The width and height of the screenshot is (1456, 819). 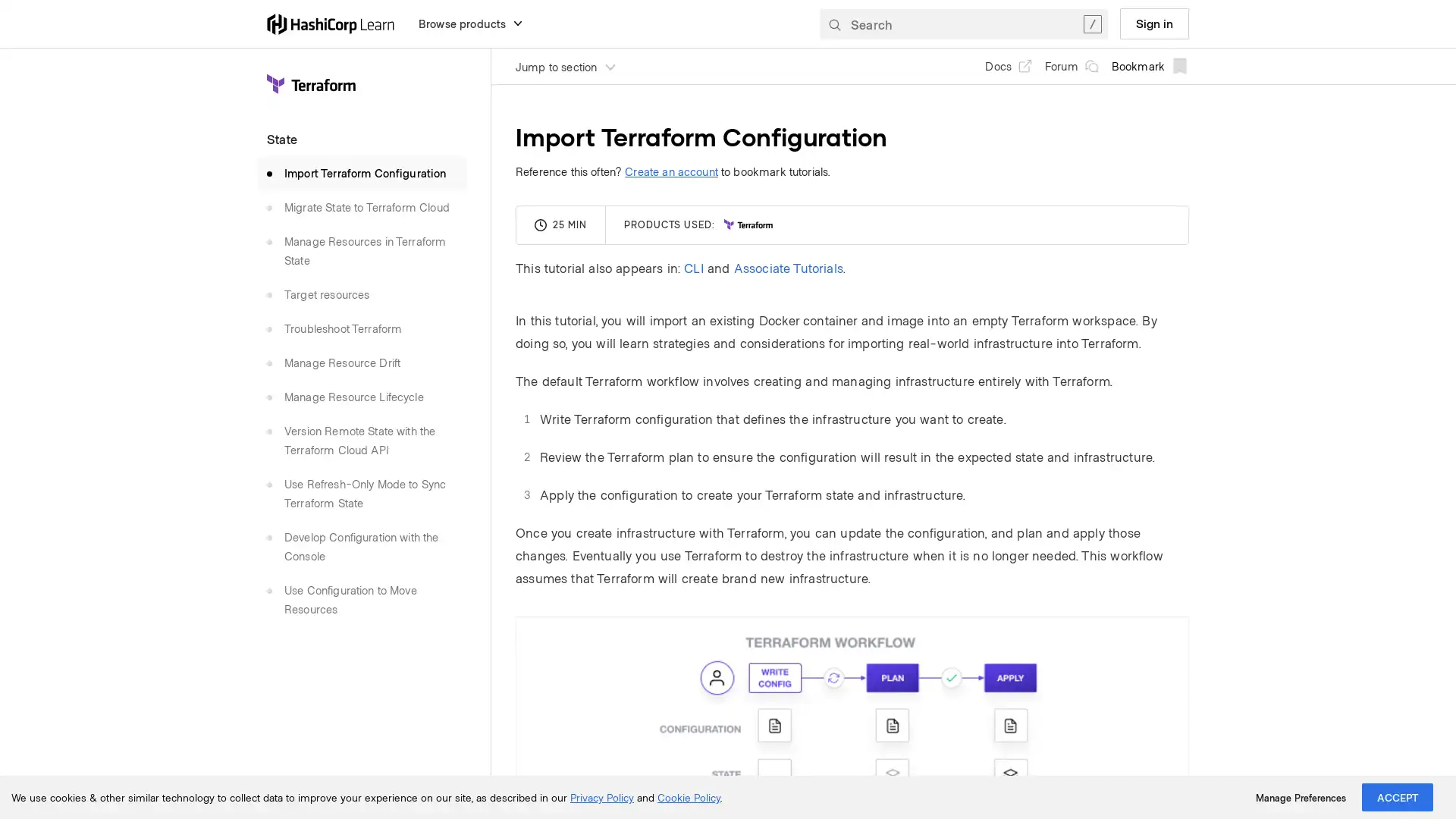 I want to click on Browse products, so click(x=470, y=23).